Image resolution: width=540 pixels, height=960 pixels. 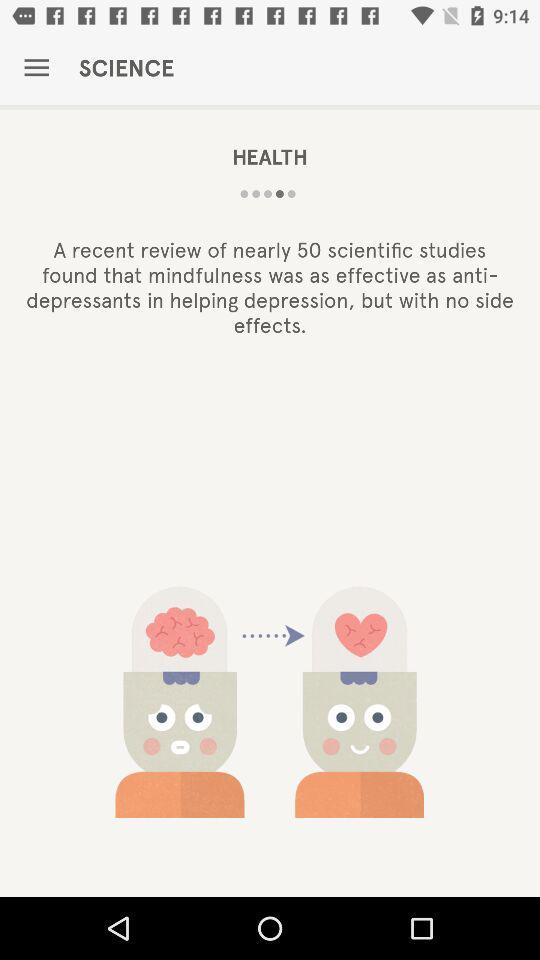 What do you see at coordinates (36, 68) in the screenshot?
I see `the item to the left of the science` at bounding box center [36, 68].